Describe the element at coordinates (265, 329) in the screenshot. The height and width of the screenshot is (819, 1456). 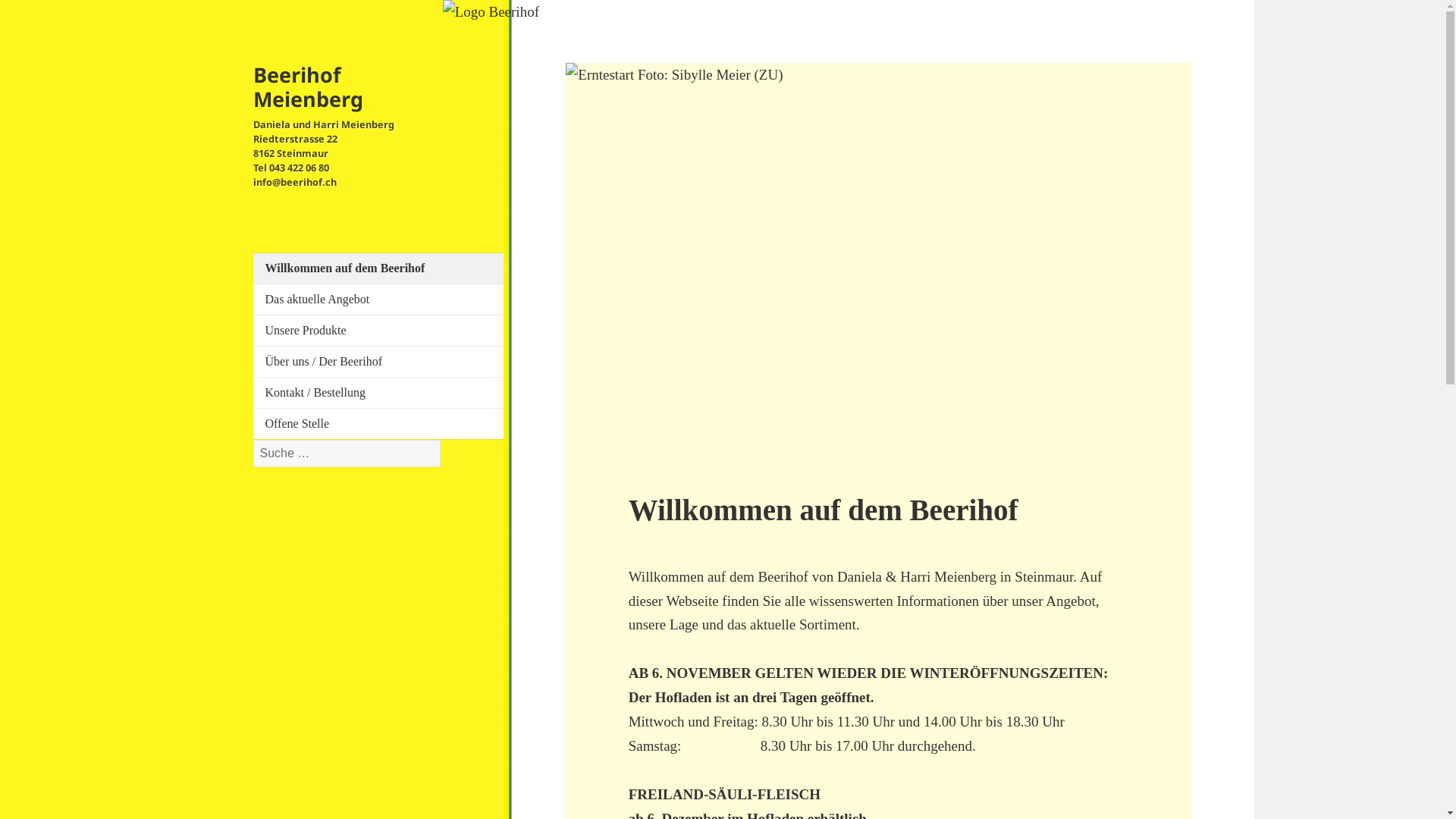
I see `'Unsere Produkte'` at that location.